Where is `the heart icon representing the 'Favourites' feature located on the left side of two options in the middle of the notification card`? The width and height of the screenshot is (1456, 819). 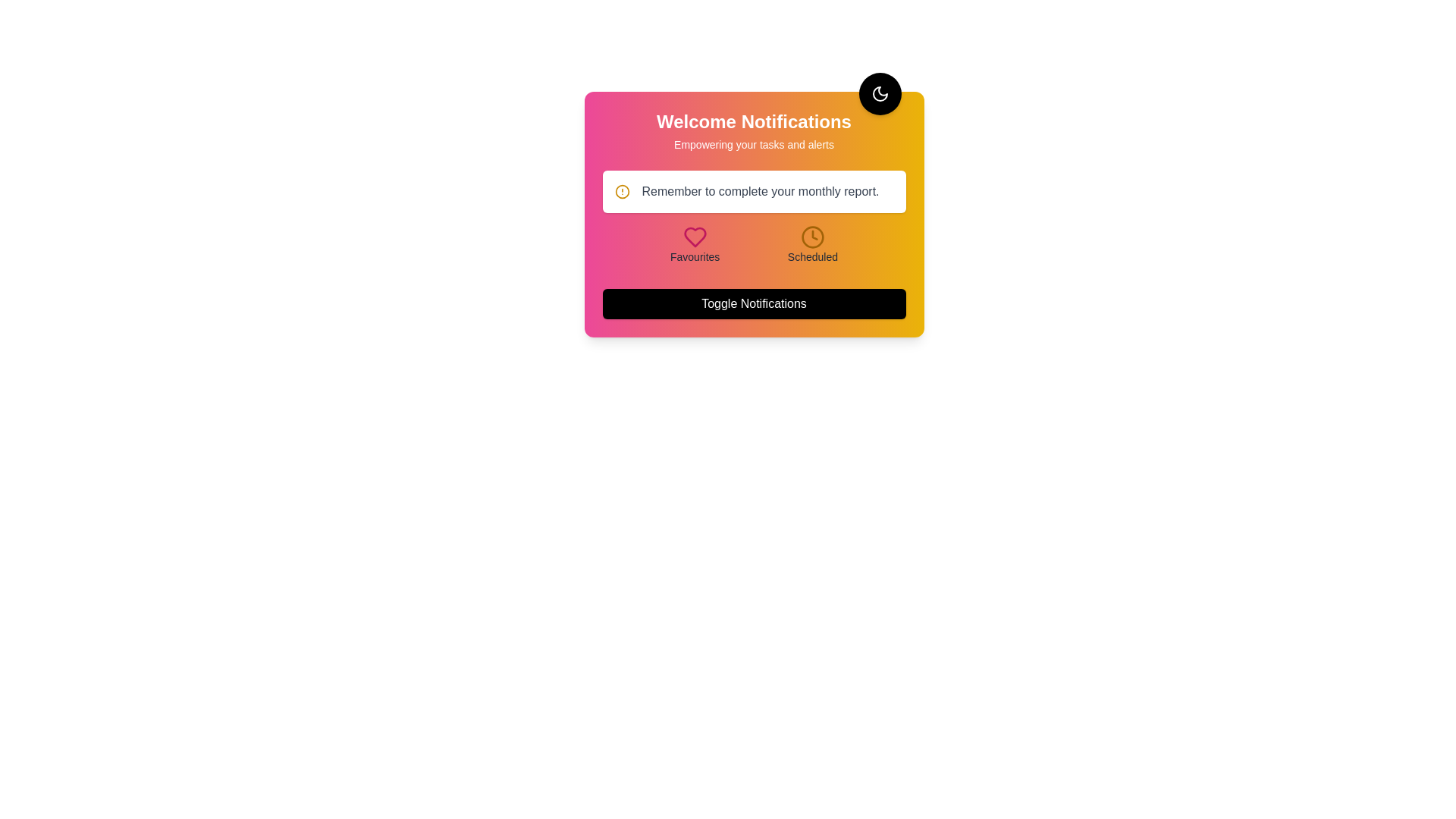 the heart icon representing the 'Favourites' feature located on the left side of two options in the middle of the notification card is located at coordinates (694, 237).